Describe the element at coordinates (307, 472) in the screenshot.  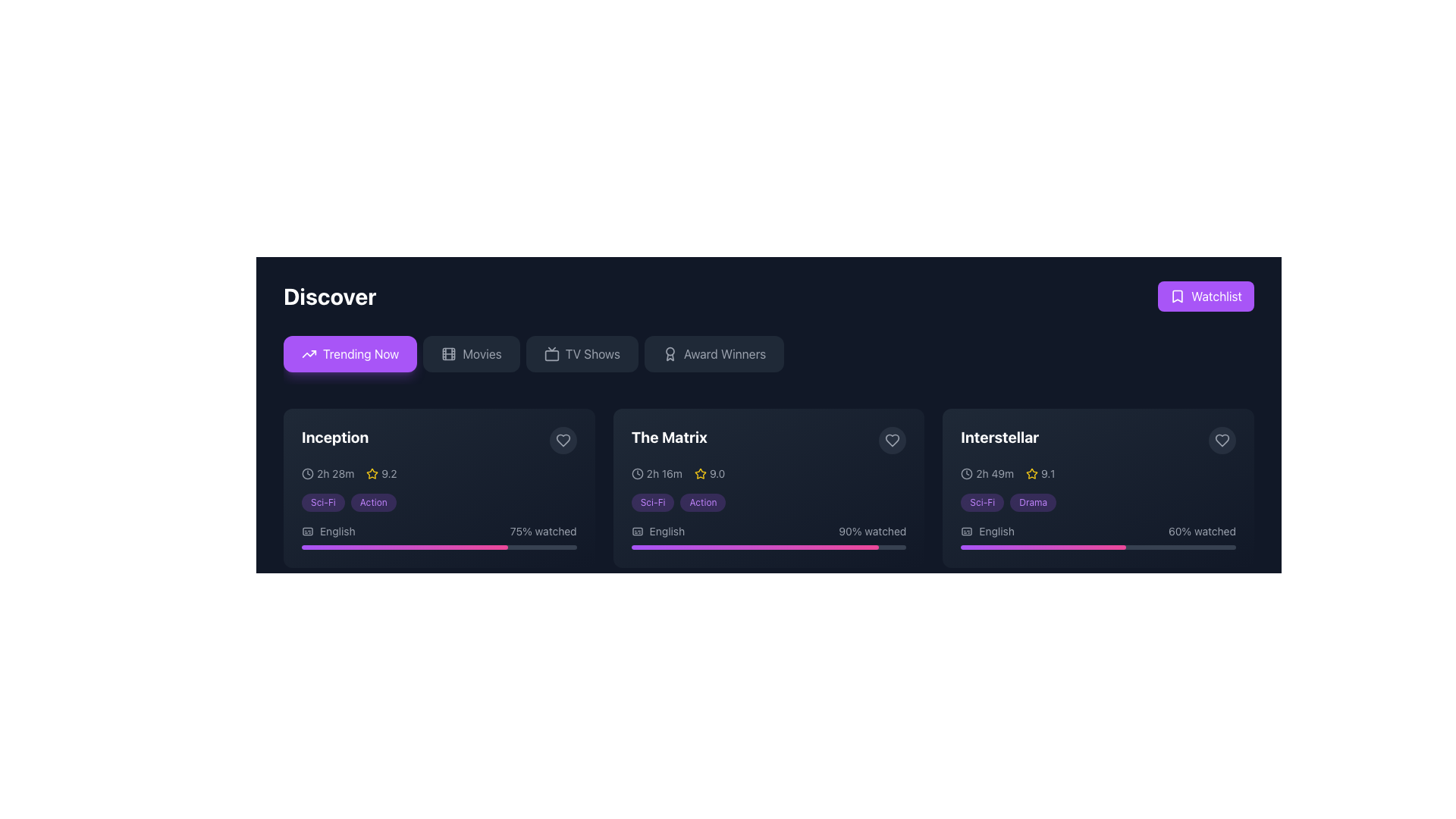
I see `the outer circle in the clock-like SVG icon located on the left side of the rating information within the 'Inception' movie card` at that location.